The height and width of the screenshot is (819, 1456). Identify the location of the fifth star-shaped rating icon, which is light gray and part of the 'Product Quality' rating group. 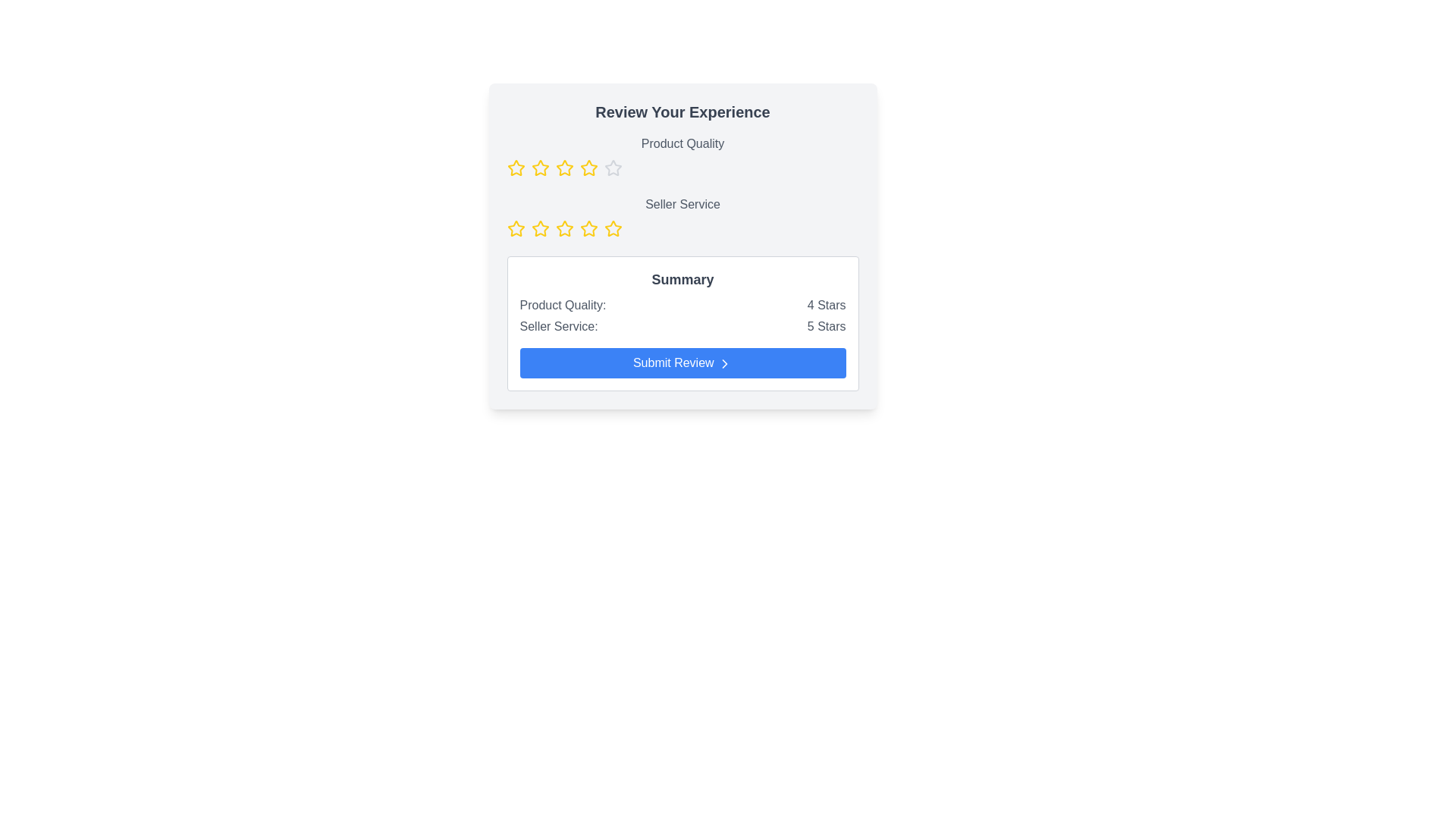
(613, 168).